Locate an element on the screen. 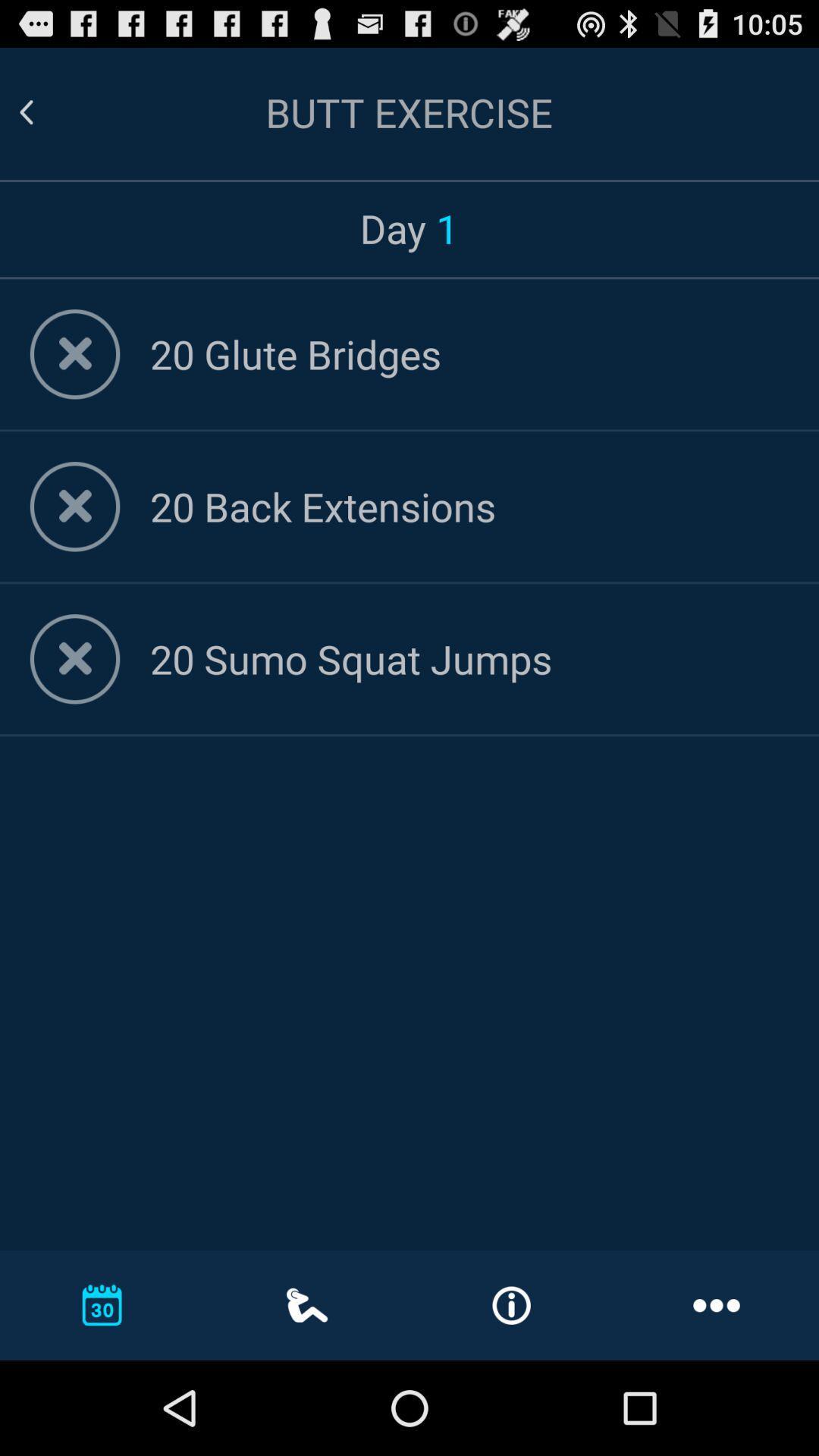  remove selected option is located at coordinates (75, 507).